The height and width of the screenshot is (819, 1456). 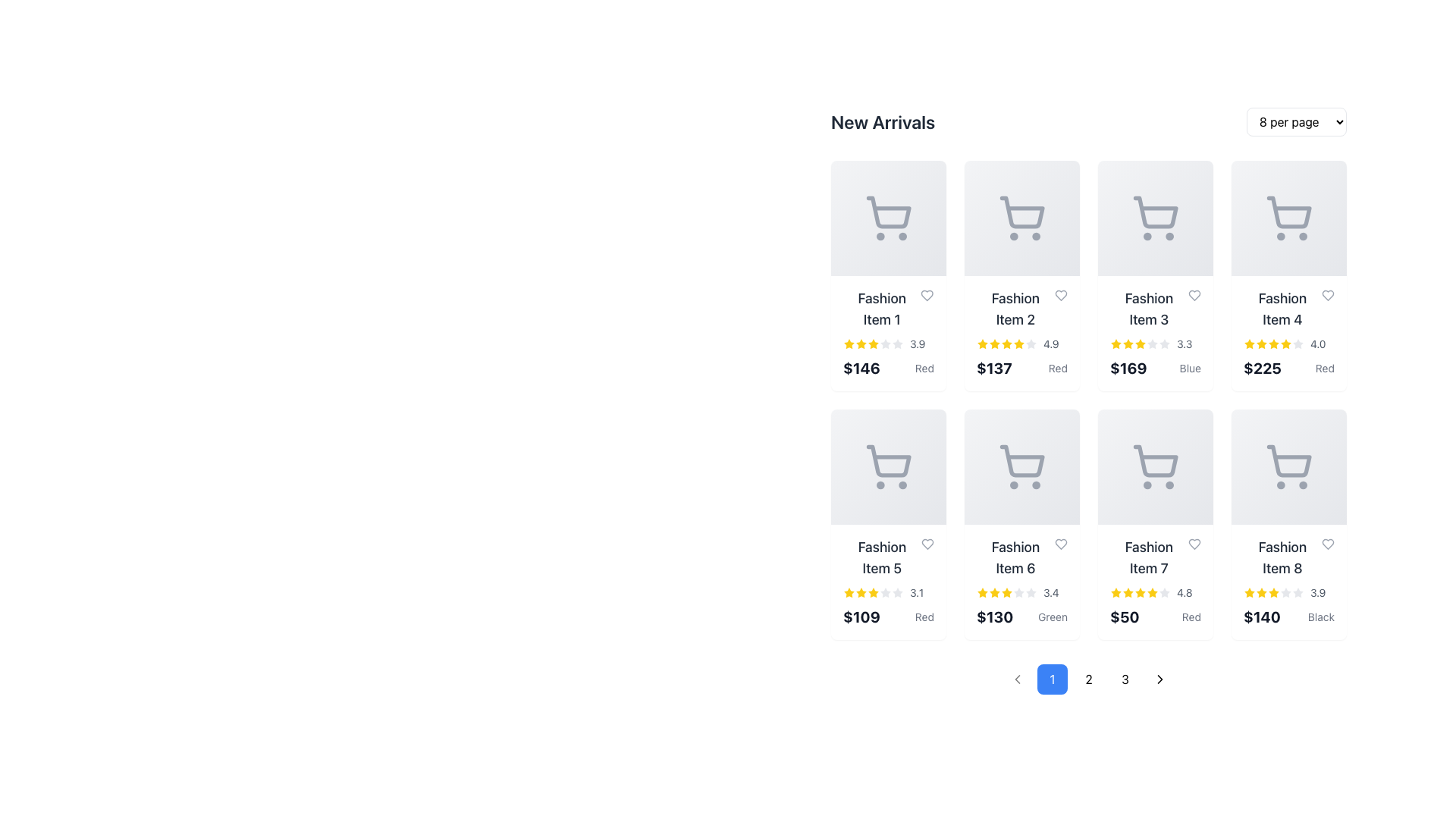 I want to click on the filled star icon in the rating system for 'Fashion Item 7' located in the second row, third column of the grid to rate it, so click(x=1164, y=591).